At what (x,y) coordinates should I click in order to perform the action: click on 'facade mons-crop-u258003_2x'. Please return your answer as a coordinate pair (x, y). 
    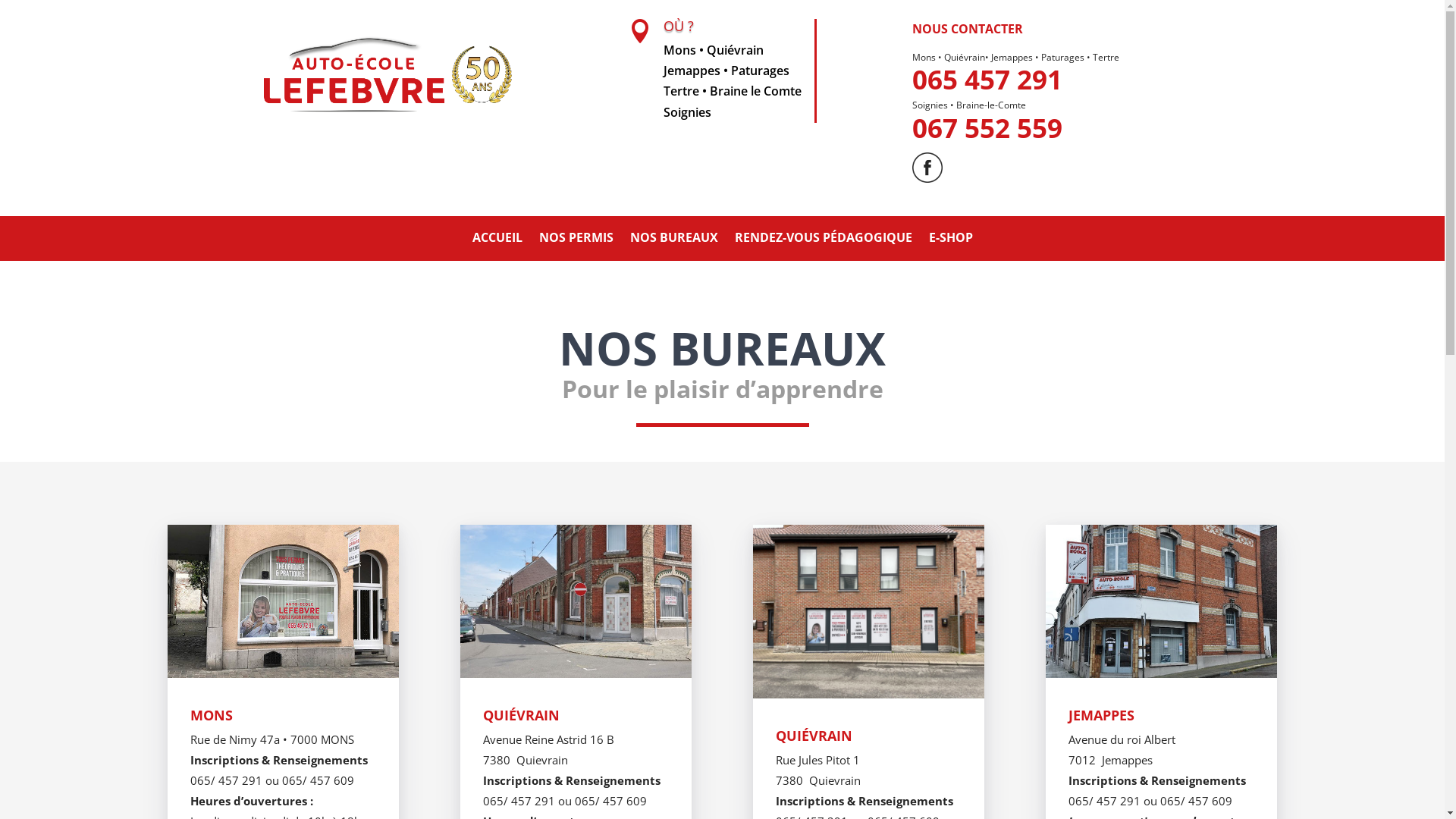
    Looking at the image, I should click on (283, 601).